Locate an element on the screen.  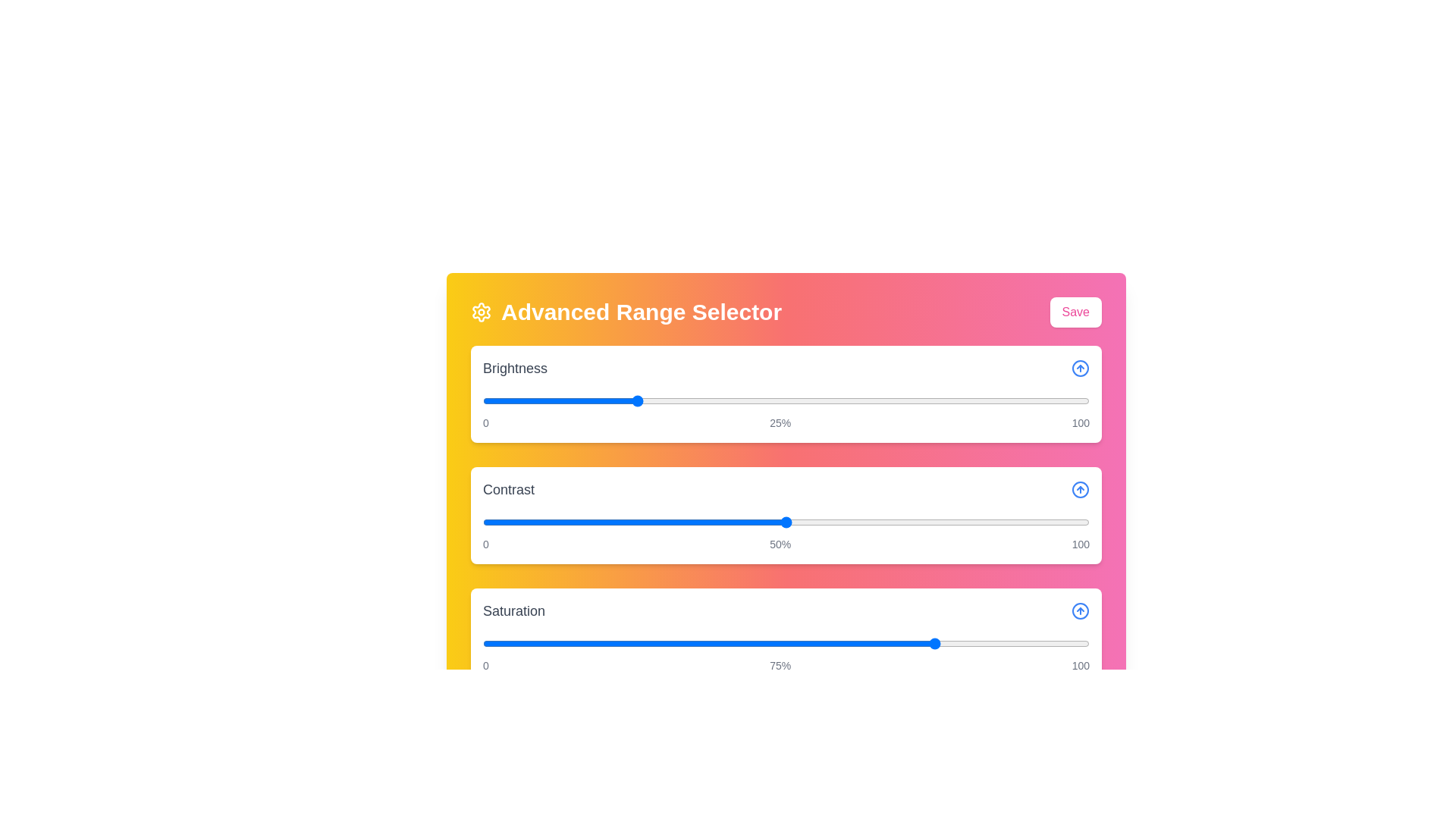
the arrow icon for Contrast is located at coordinates (1080, 489).